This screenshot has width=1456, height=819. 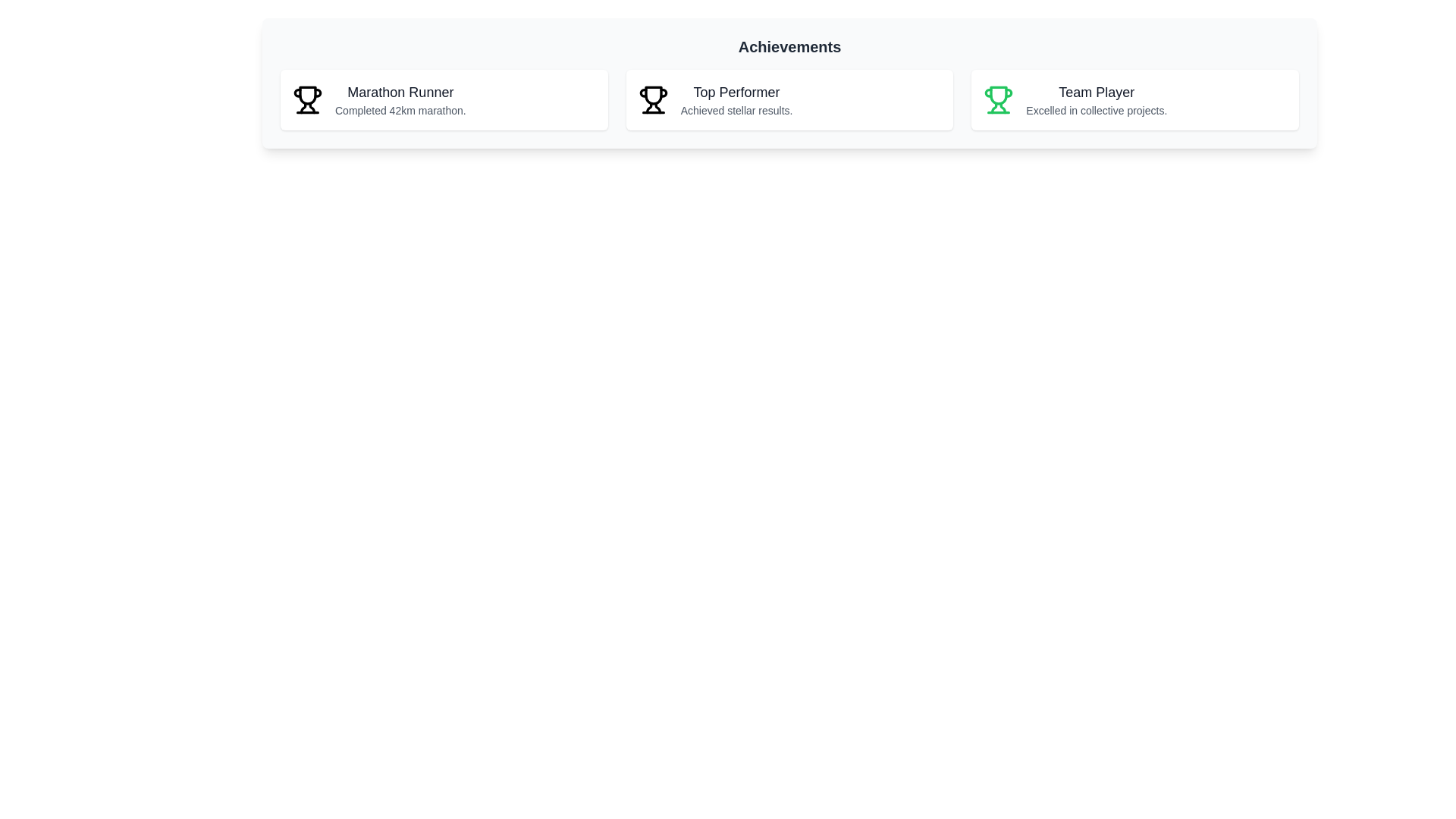 I want to click on the descriptive text element located directly below the heading 'Team Player' in the achievement card featuring a green trophy icon, so click(x=1097, y=110).